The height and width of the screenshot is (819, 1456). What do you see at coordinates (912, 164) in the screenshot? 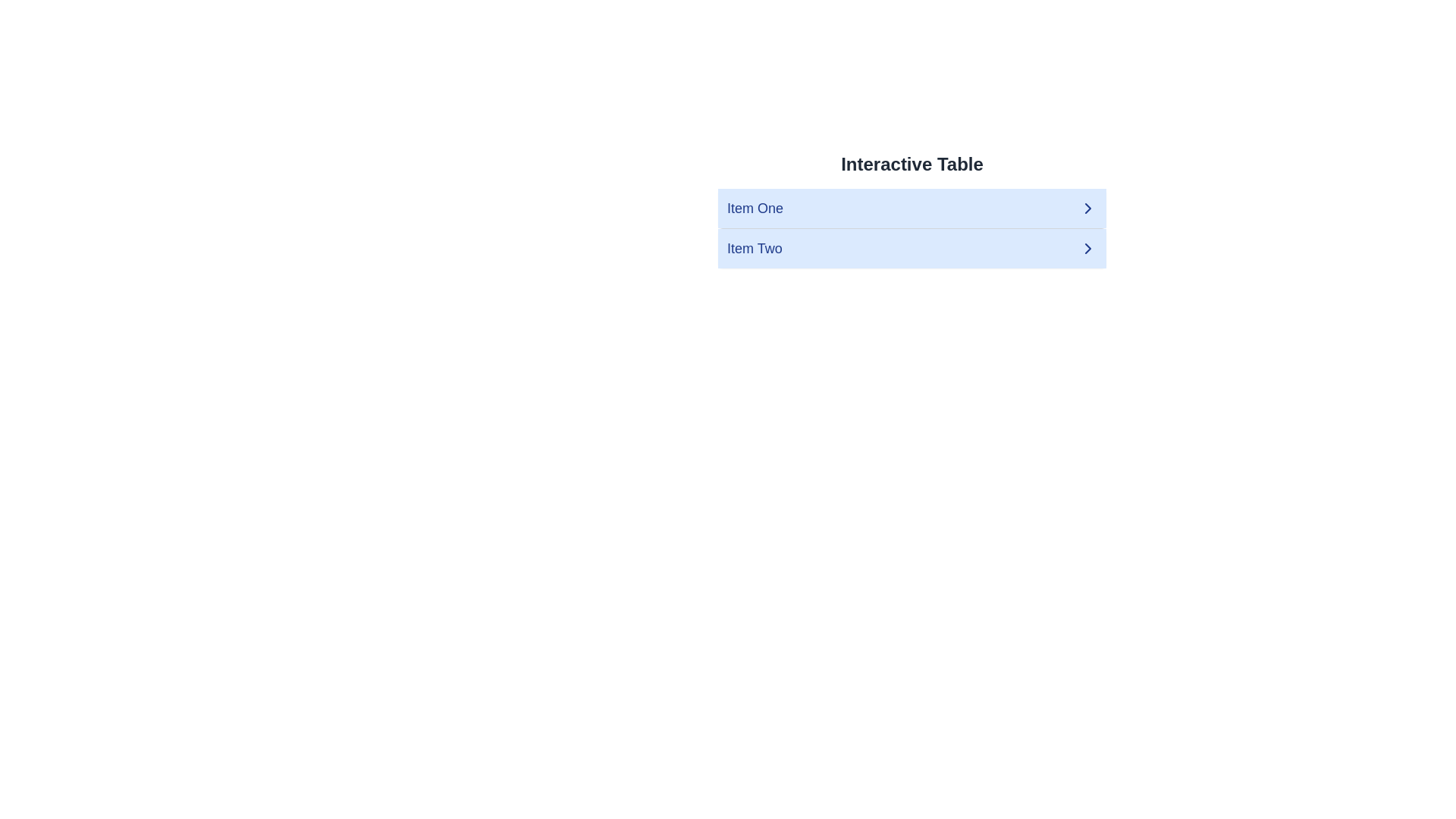
I see `the interactive text label 'Interactive Table' displayed in bold at the top of the layout` at bounding box center [912, 164].